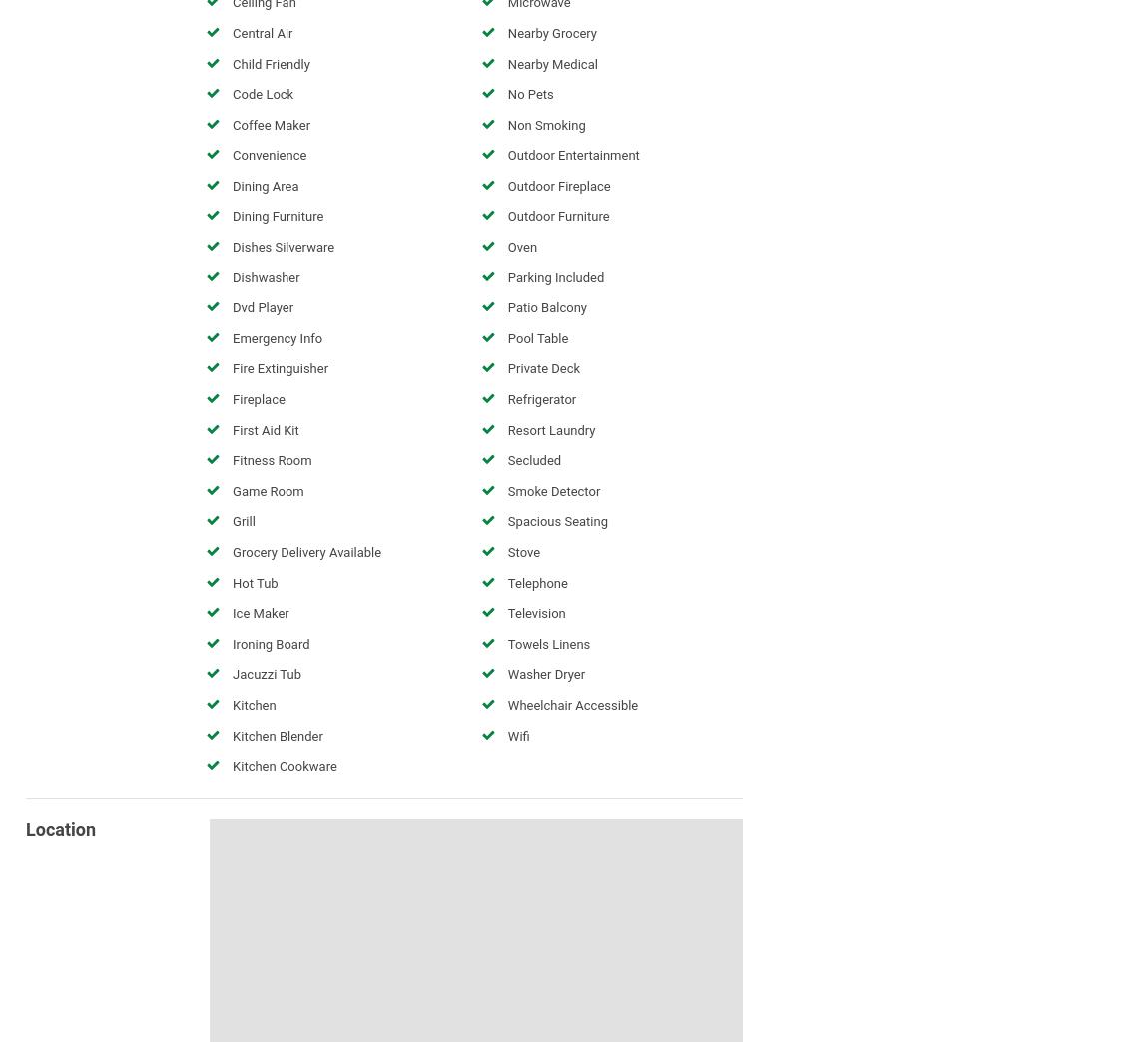  What do you see at coordinates (552, 62) in the screenshot?
I see `'Nearby Medical'` at bounding box center [552, 62].